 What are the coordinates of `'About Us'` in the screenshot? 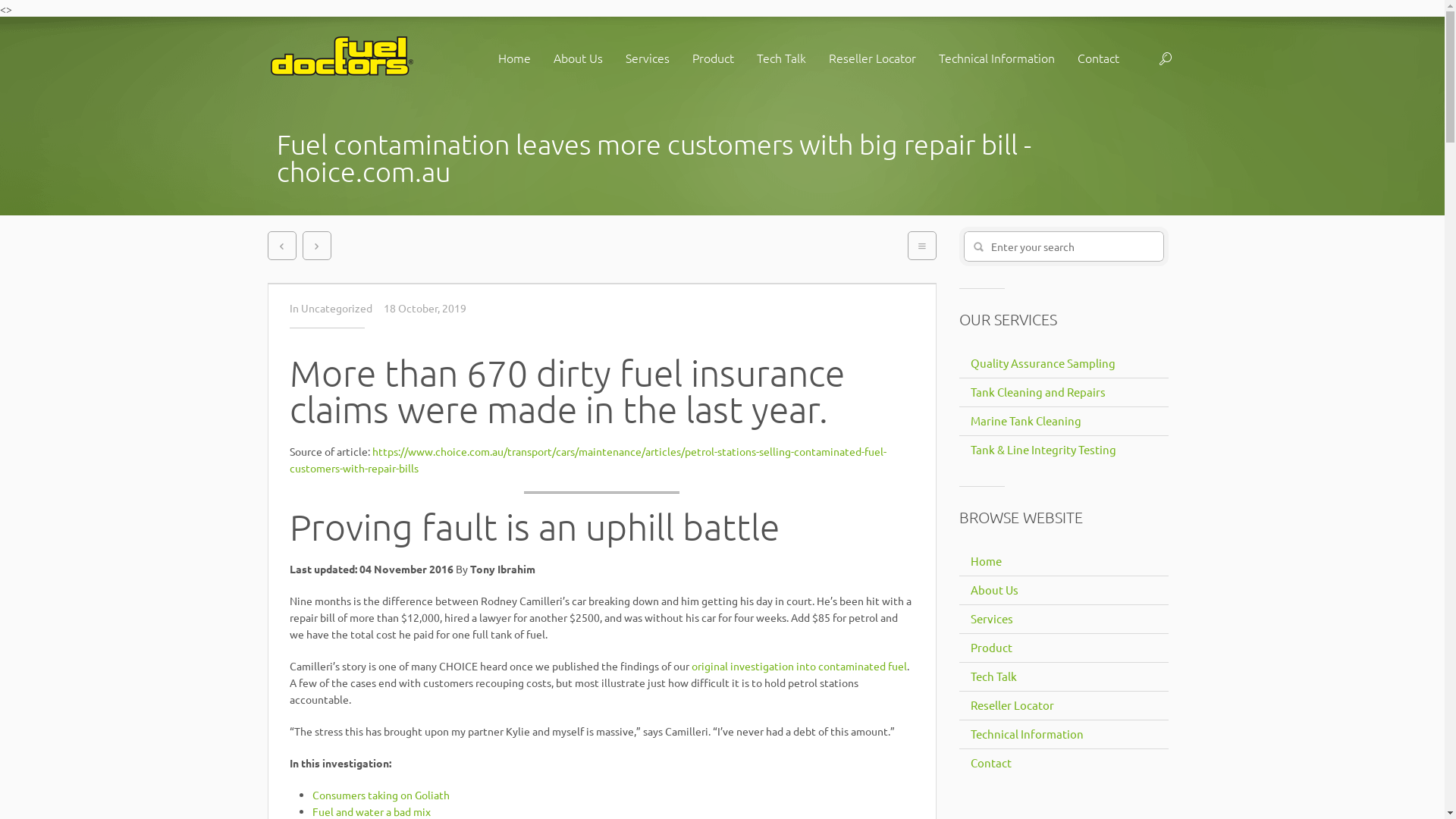 It's located at (576, 57).